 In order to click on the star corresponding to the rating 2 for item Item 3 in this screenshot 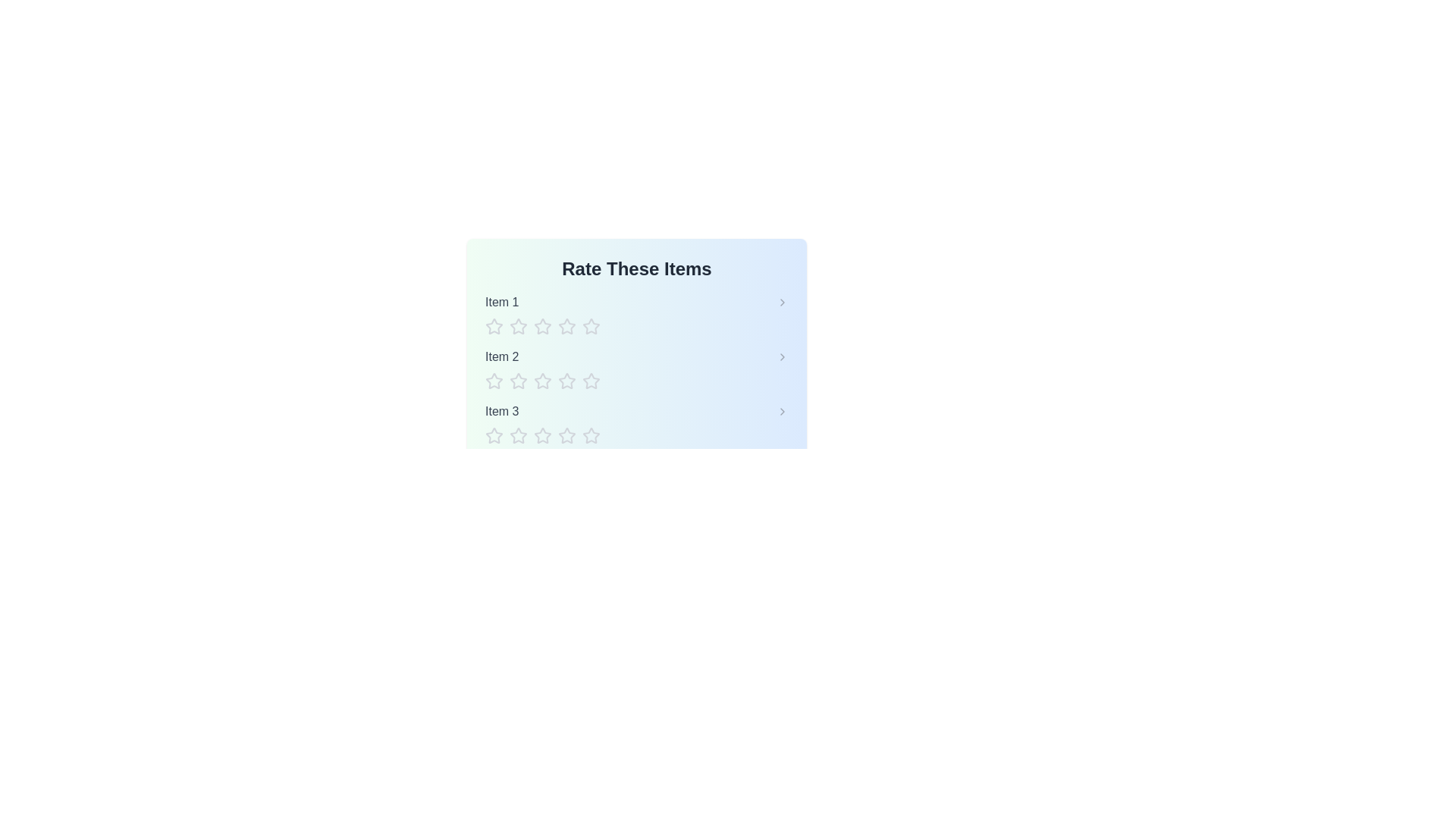, I will do `click(519, 435)`.